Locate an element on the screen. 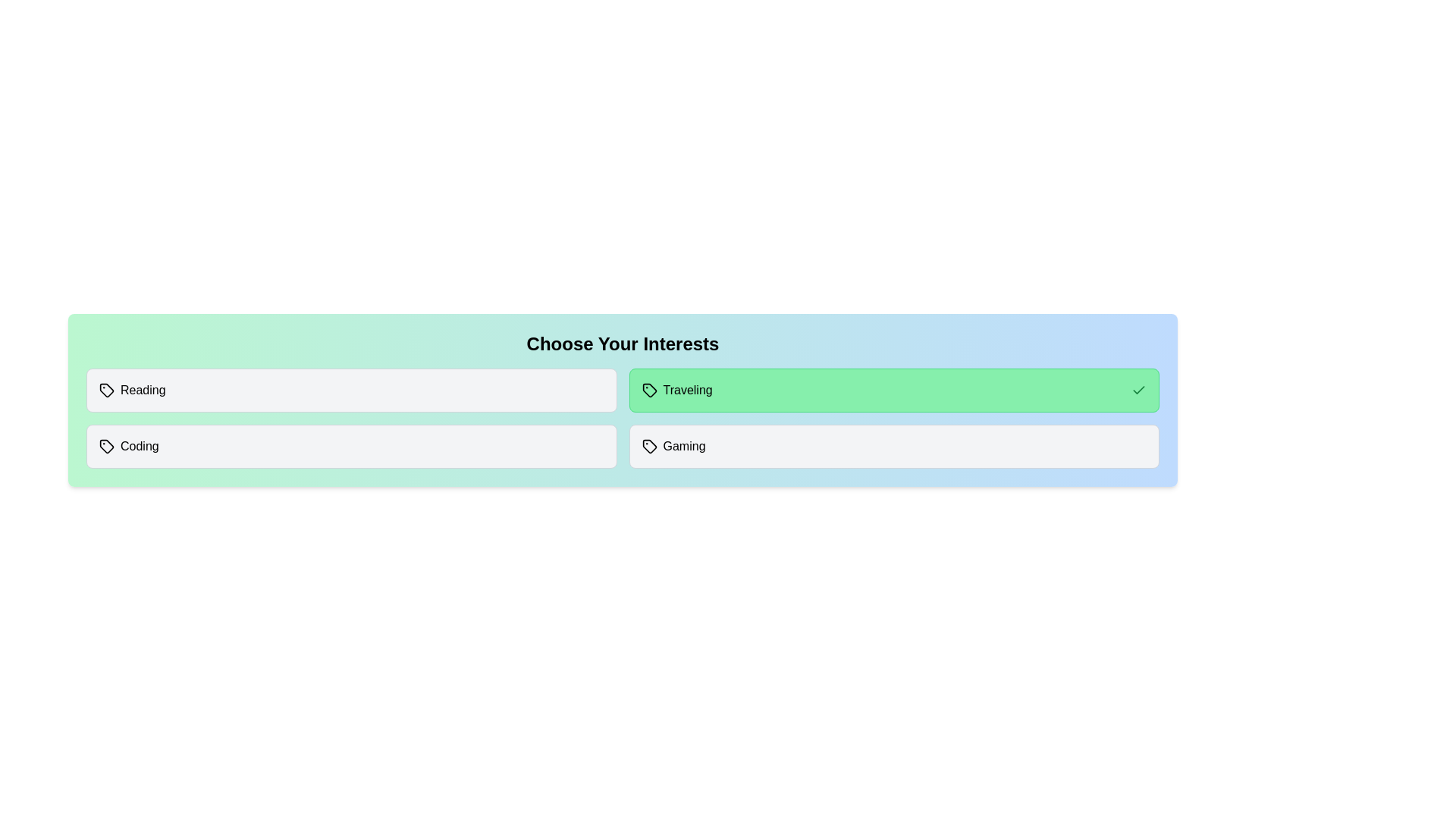 This screenshot has height=819, width=1456. the interest item Coding is located at coordinates (350, 446).